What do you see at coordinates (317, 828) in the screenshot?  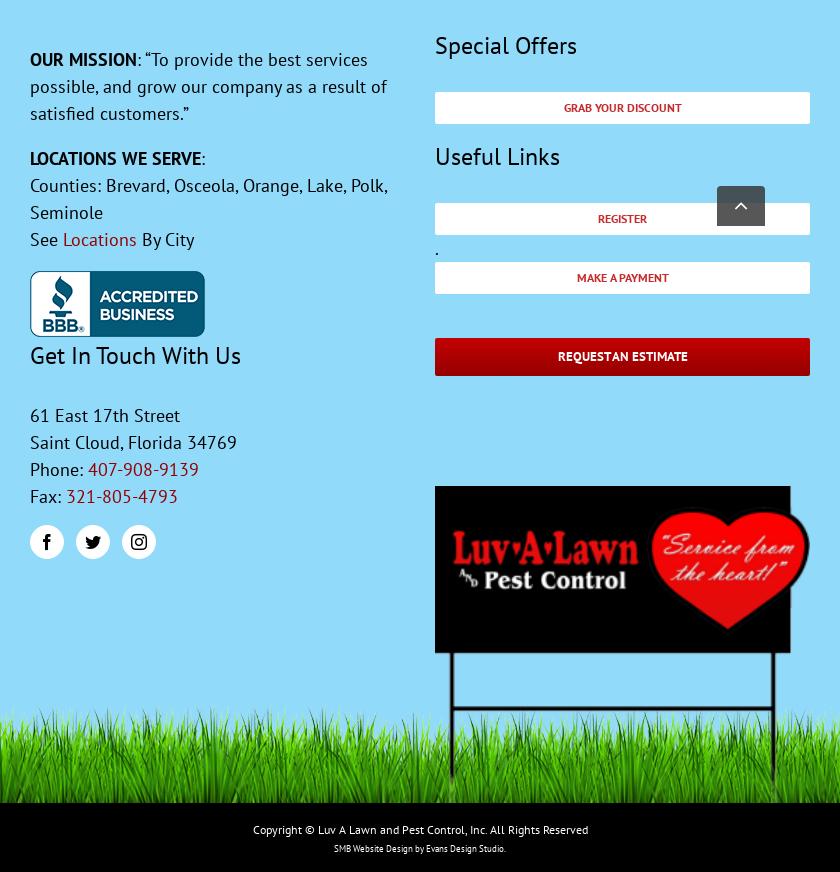 I see `'Luv A Lawn and Pest Control, Inc. All Rights Reserved'` at bounding box center [317, 828].